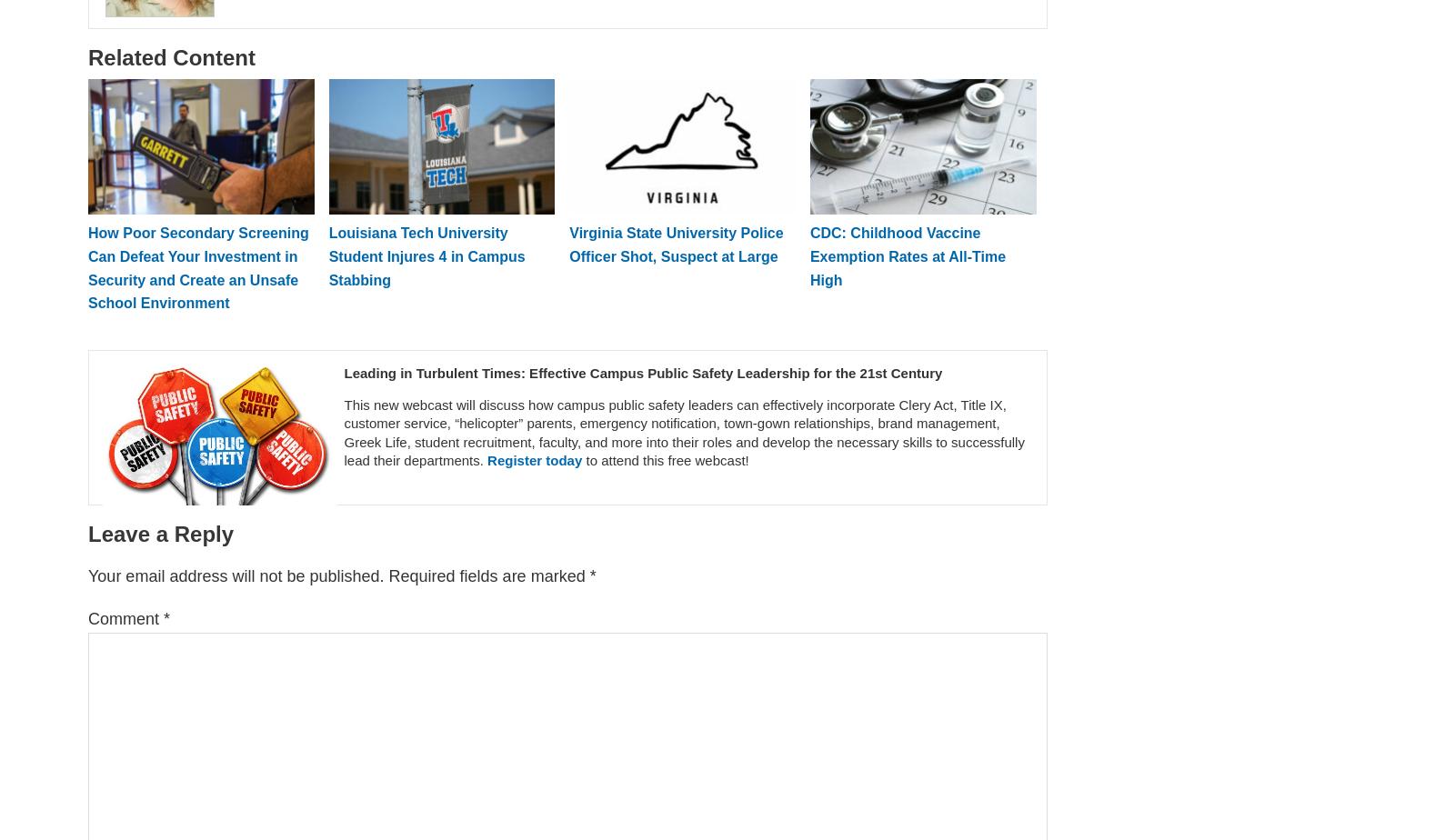 This screenshot has width=1455, height=840. Describe the element at coordinates (236, 575) in the screenshot. I see `'Your email address will not be published.'` at that location.